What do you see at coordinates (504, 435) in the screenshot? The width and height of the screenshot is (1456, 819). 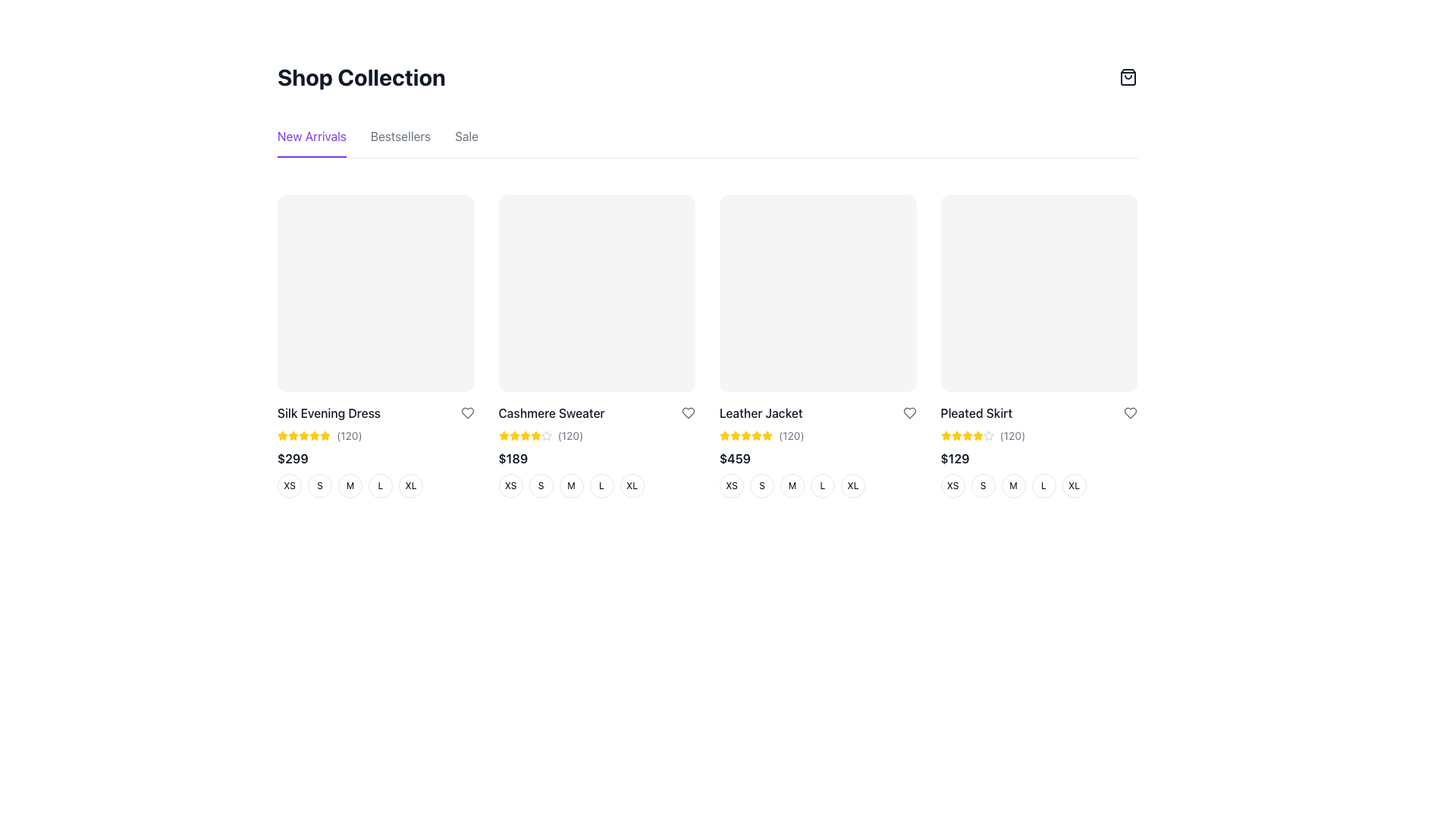 I see `the prominent yellow-colored star icon, which is the first in a group of five stars representing a rating system, located below the text 'Cashmere Sweater' and above '$189'` at bounding box center [504, 435].